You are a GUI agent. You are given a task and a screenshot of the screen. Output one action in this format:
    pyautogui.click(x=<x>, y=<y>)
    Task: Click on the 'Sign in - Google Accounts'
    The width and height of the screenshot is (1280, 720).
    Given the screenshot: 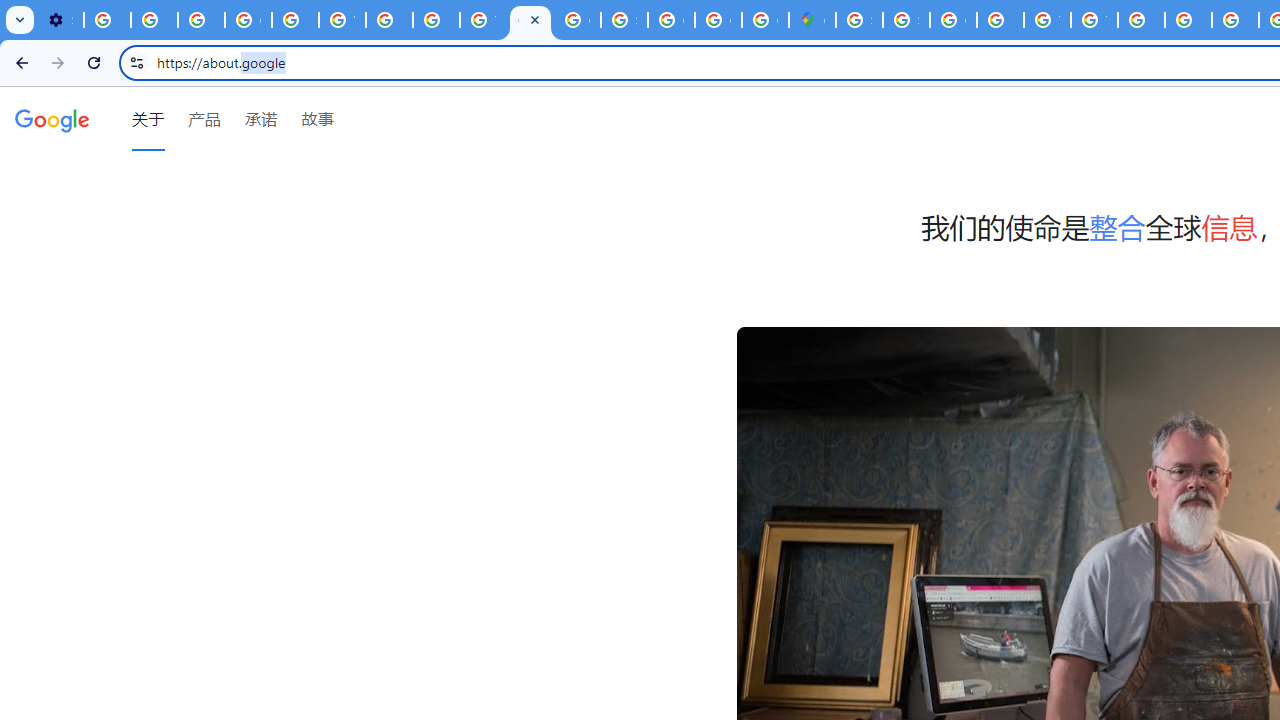 What is the action you would take?
    pyautogui.click(x=905, y=20)
    